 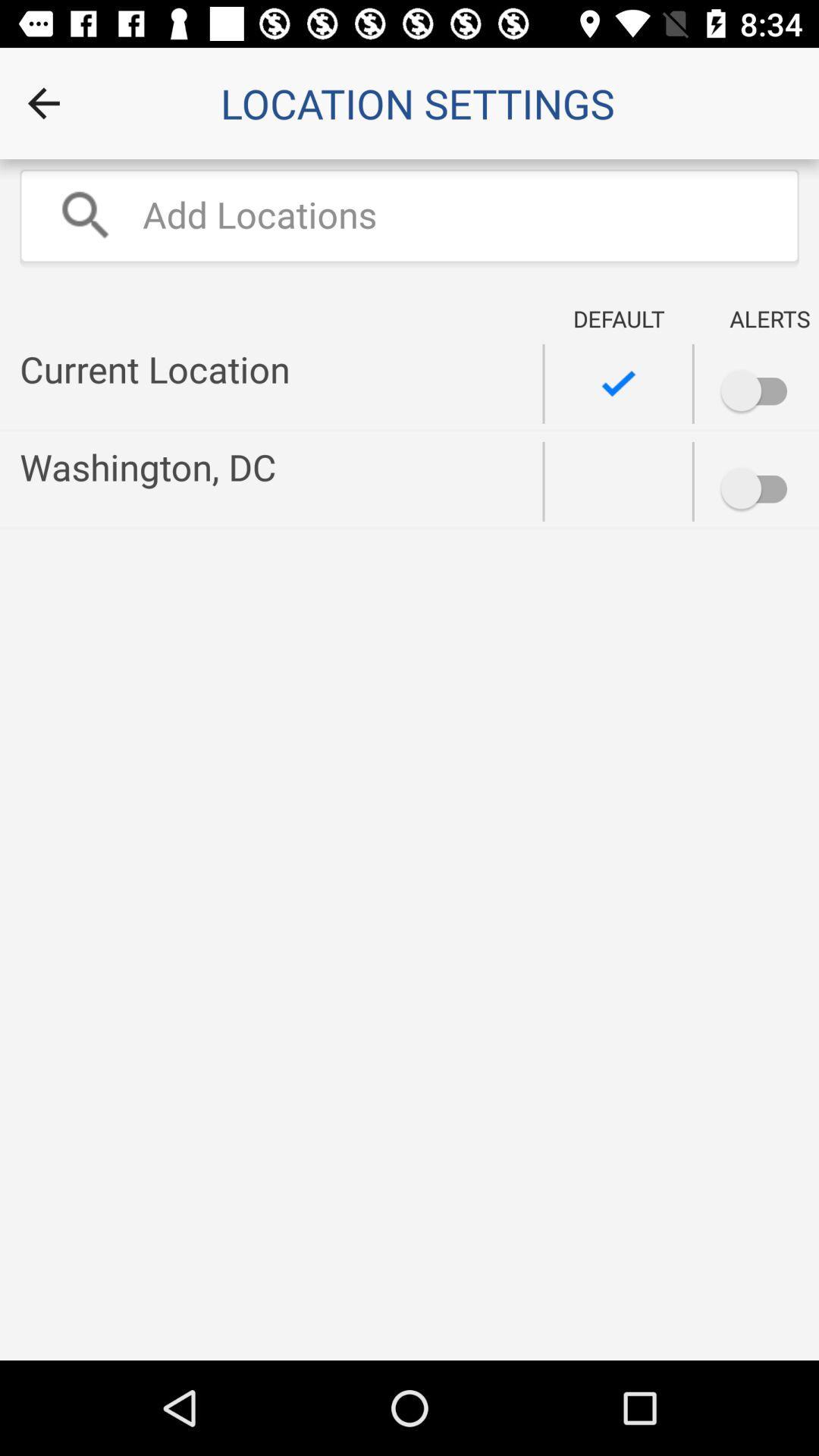 What do you see at coordinates (711, 381) in the screenshot?
I see `the first slide bar icon` at bounding box center [711, 381].